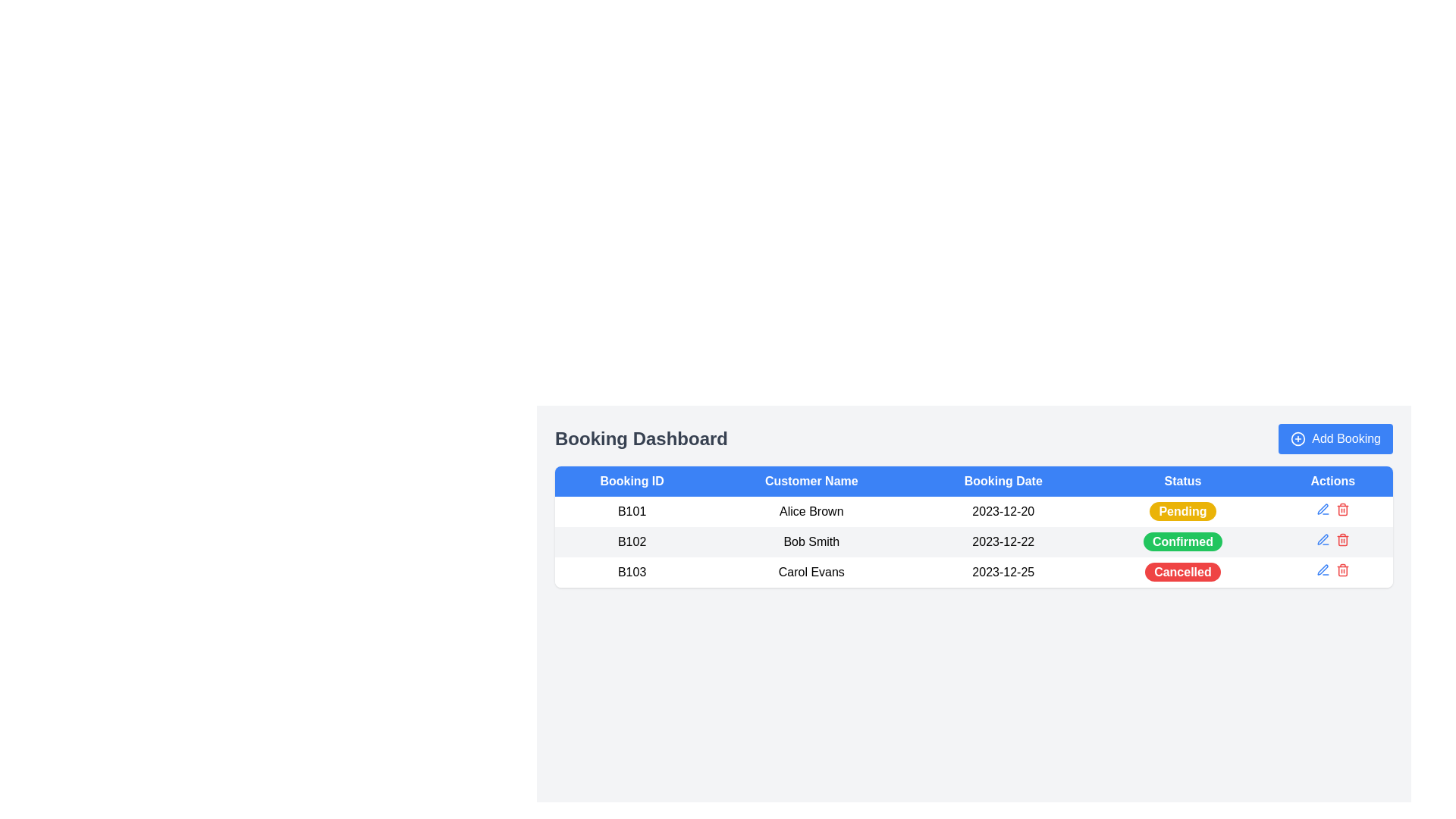 Image resolution: width=1456 pixels, height=819 pixels. I want to click on the delete icon in the Action button group for the booking entry 'B102' with customer name 'Bob Smith', so click(1332, 539).